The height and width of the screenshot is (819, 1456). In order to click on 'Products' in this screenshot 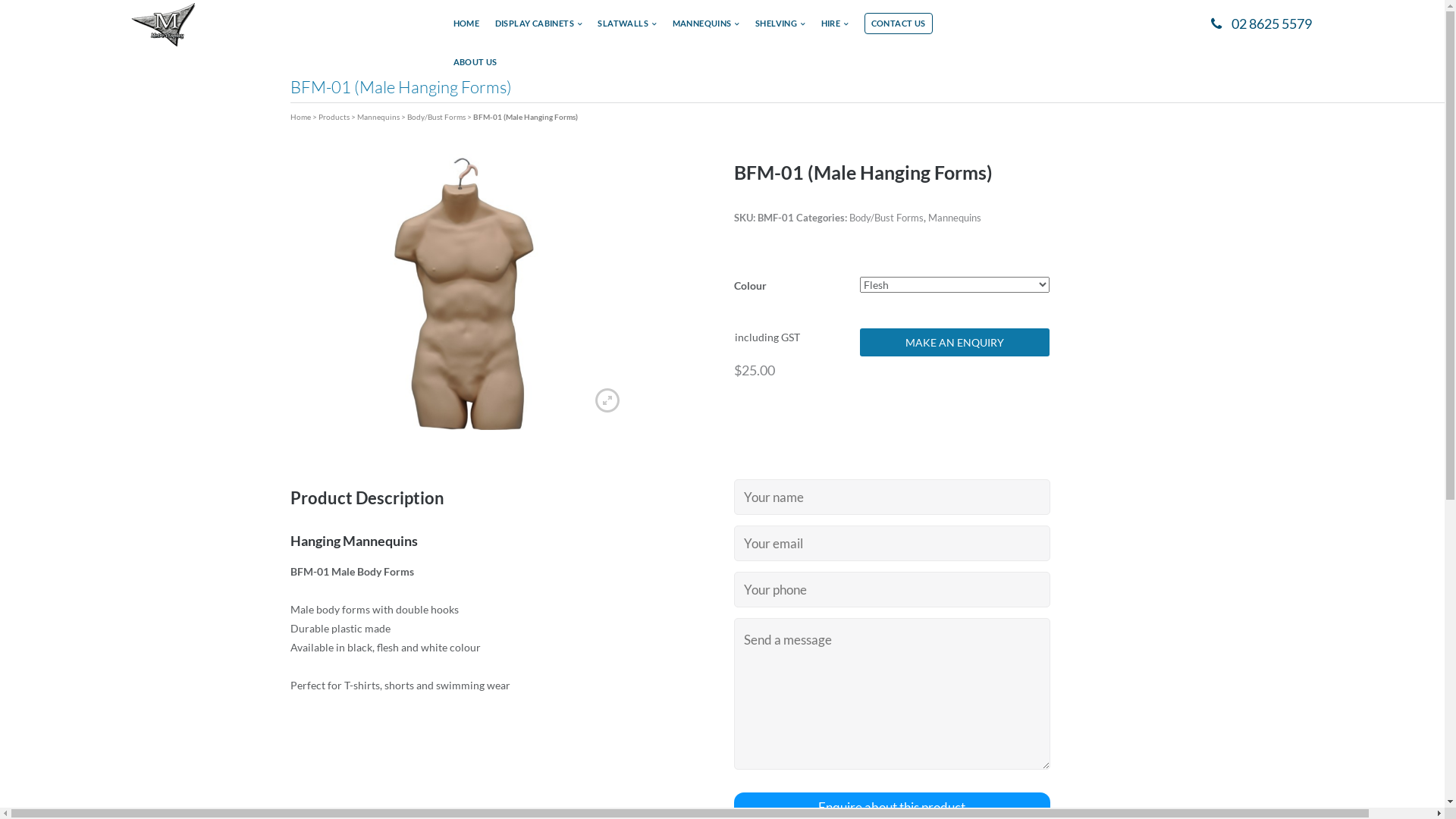, I will do `click(333, 116)`.